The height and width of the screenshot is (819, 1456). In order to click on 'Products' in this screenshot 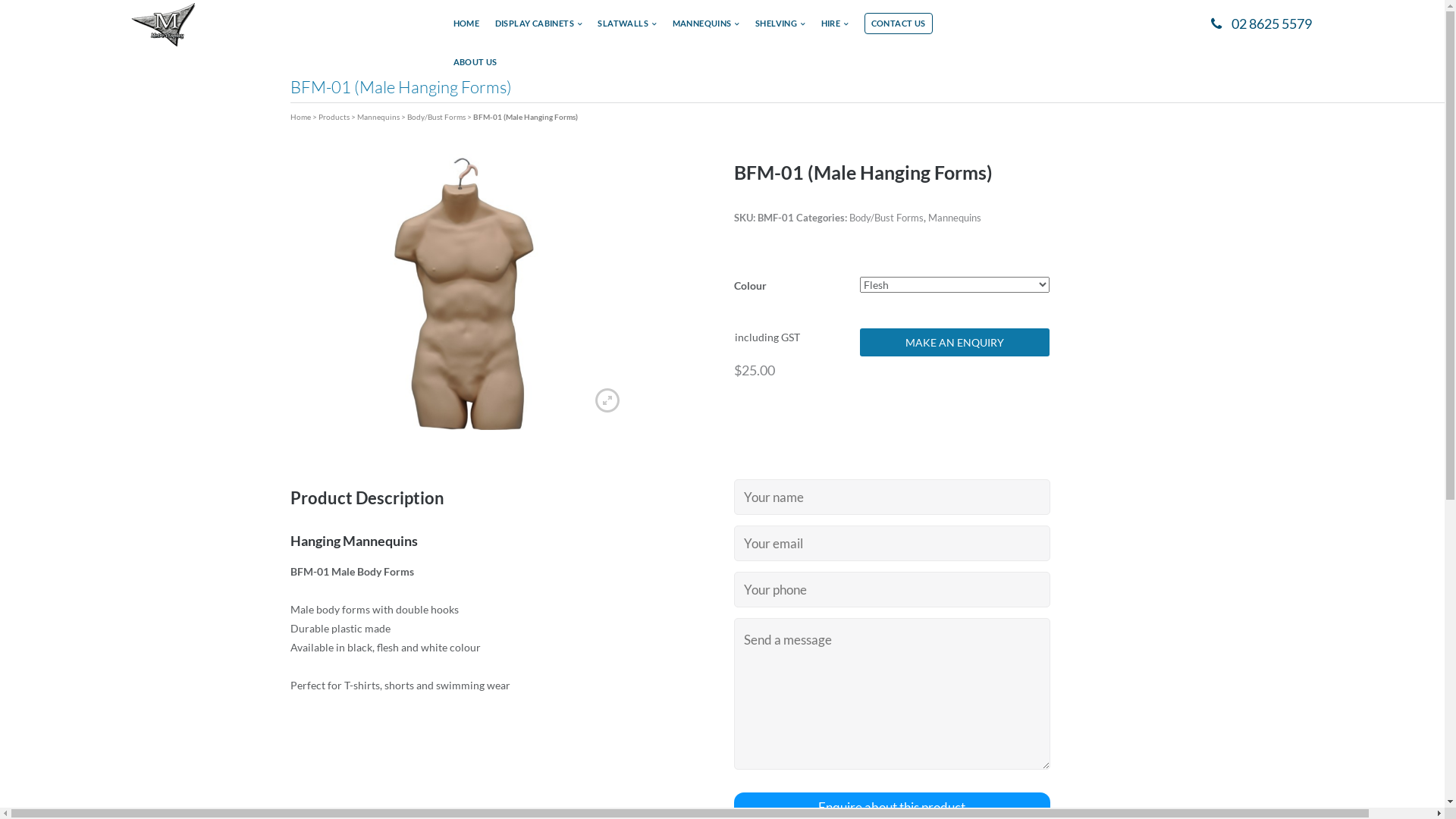, I will do `click(333, 116)`.